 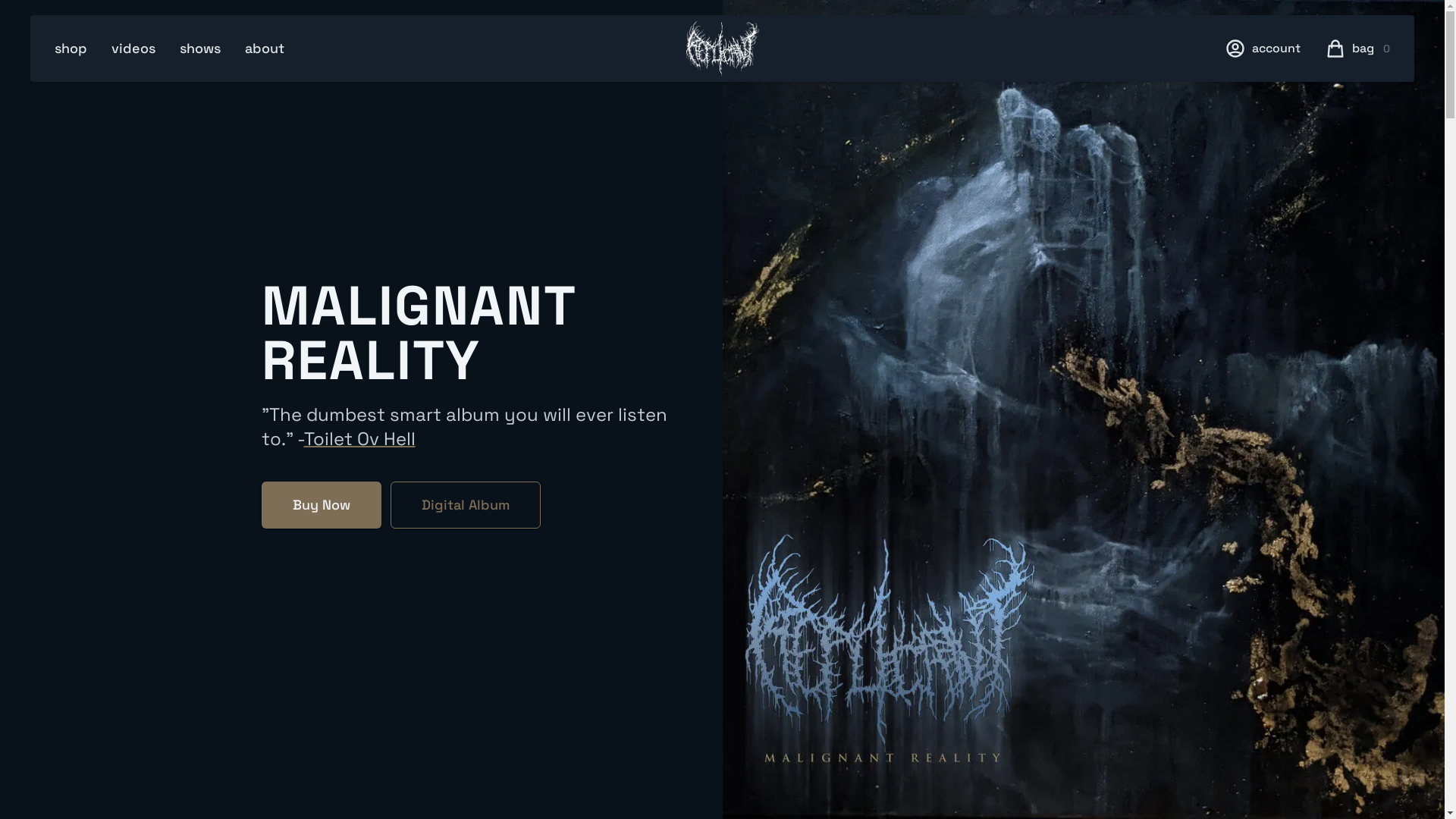 I want to click on 'videos', so click(x=133, y=48).